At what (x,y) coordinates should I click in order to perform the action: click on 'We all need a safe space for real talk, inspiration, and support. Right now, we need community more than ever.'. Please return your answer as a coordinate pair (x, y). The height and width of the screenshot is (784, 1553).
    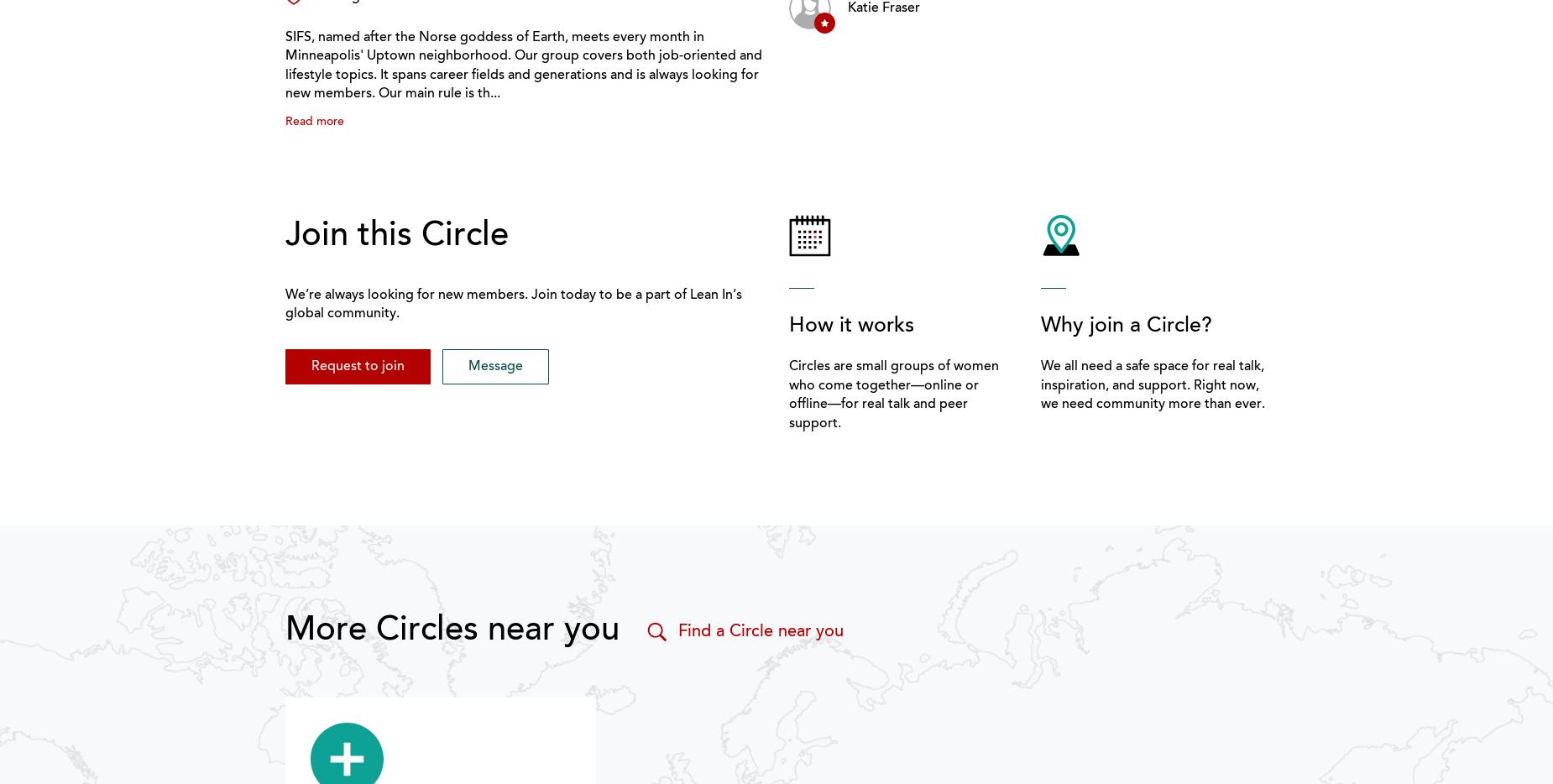
    Looking at the image, I should click on (1152, 385).